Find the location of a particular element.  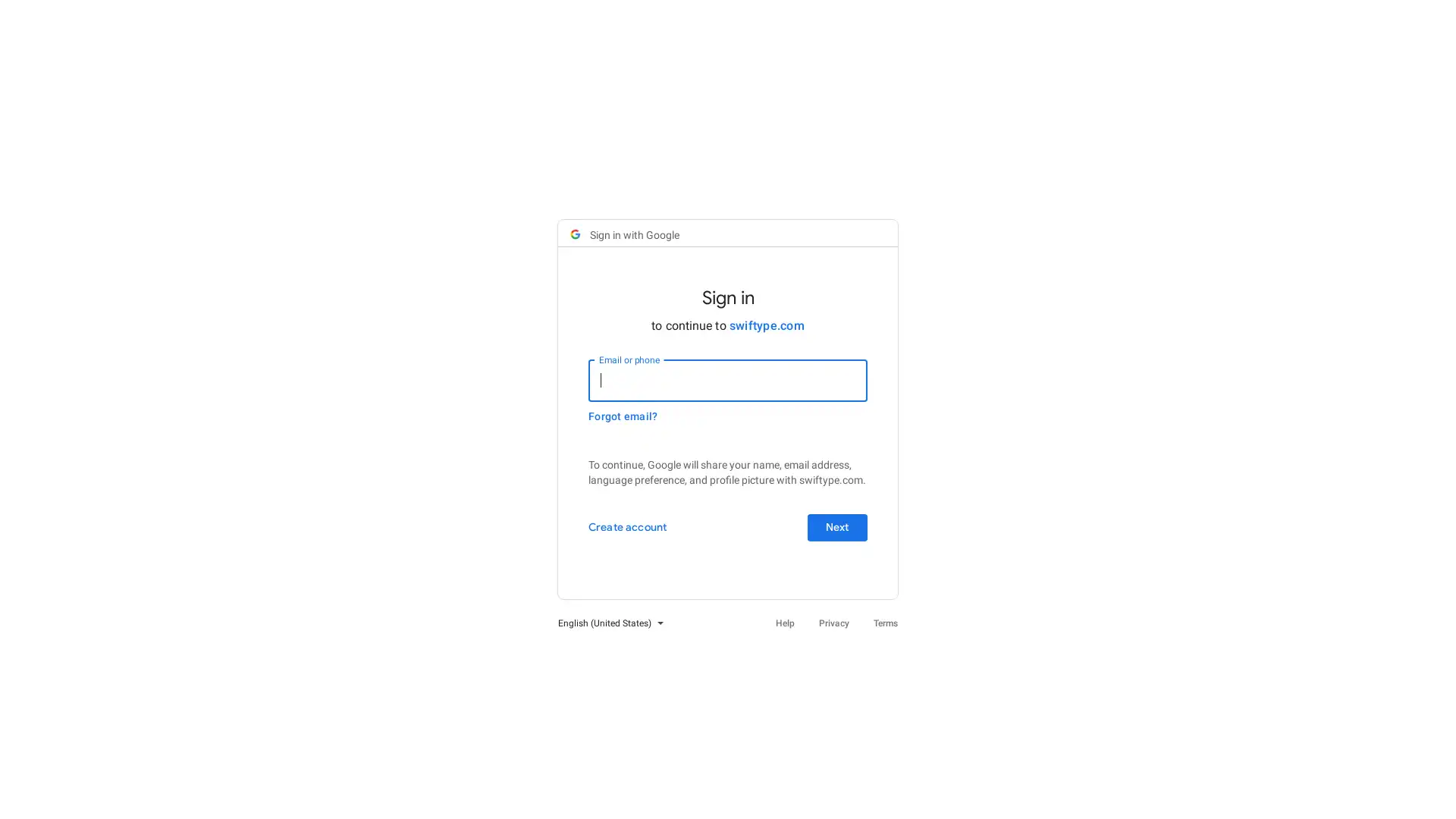

Create account is located at coordinates (627, 526).